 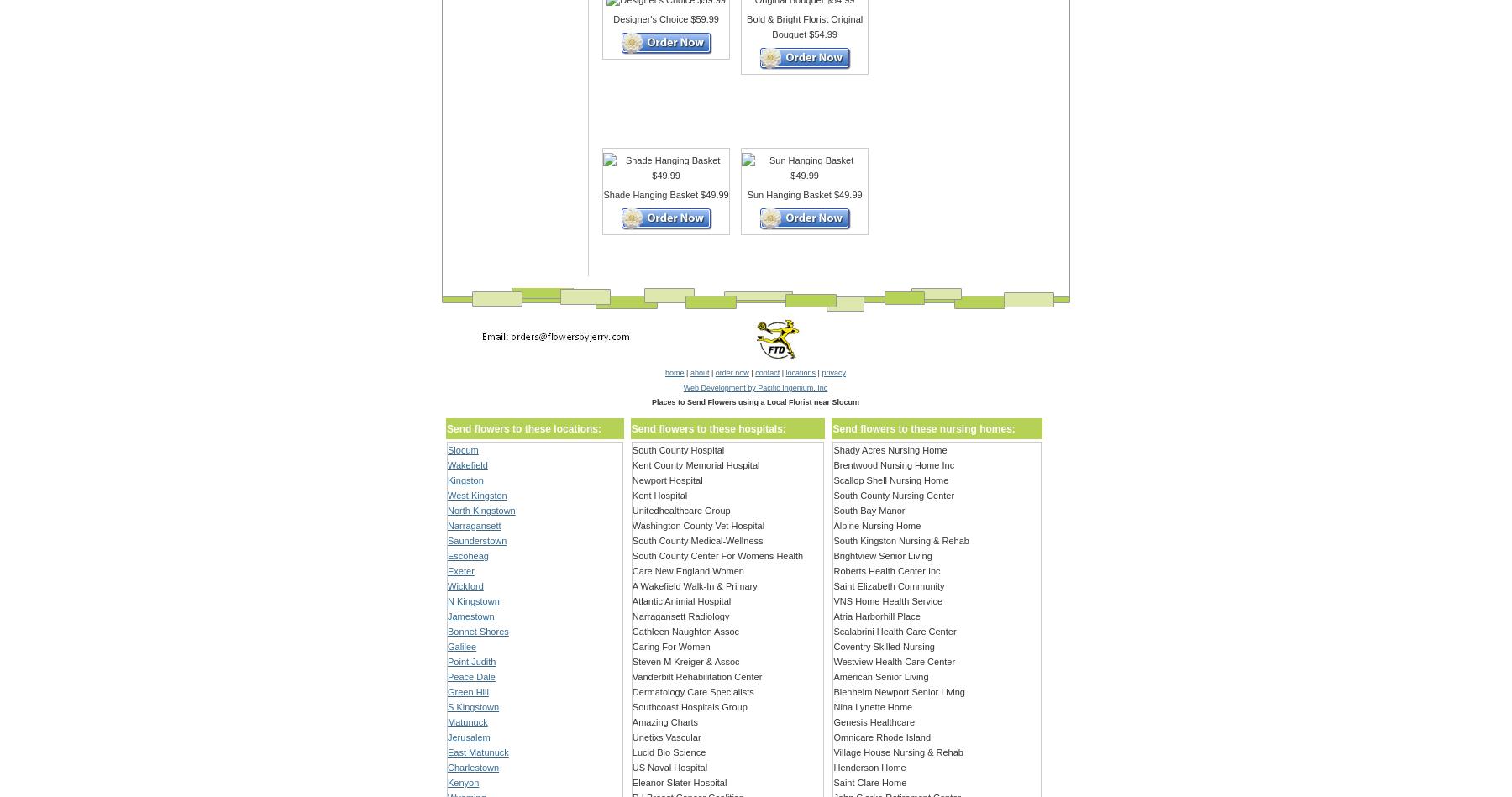 What do you see at coordinates (665, 18) in the screenshot?
I see `'Designer's Choice $59.99'` at bounding box center [665, 18].